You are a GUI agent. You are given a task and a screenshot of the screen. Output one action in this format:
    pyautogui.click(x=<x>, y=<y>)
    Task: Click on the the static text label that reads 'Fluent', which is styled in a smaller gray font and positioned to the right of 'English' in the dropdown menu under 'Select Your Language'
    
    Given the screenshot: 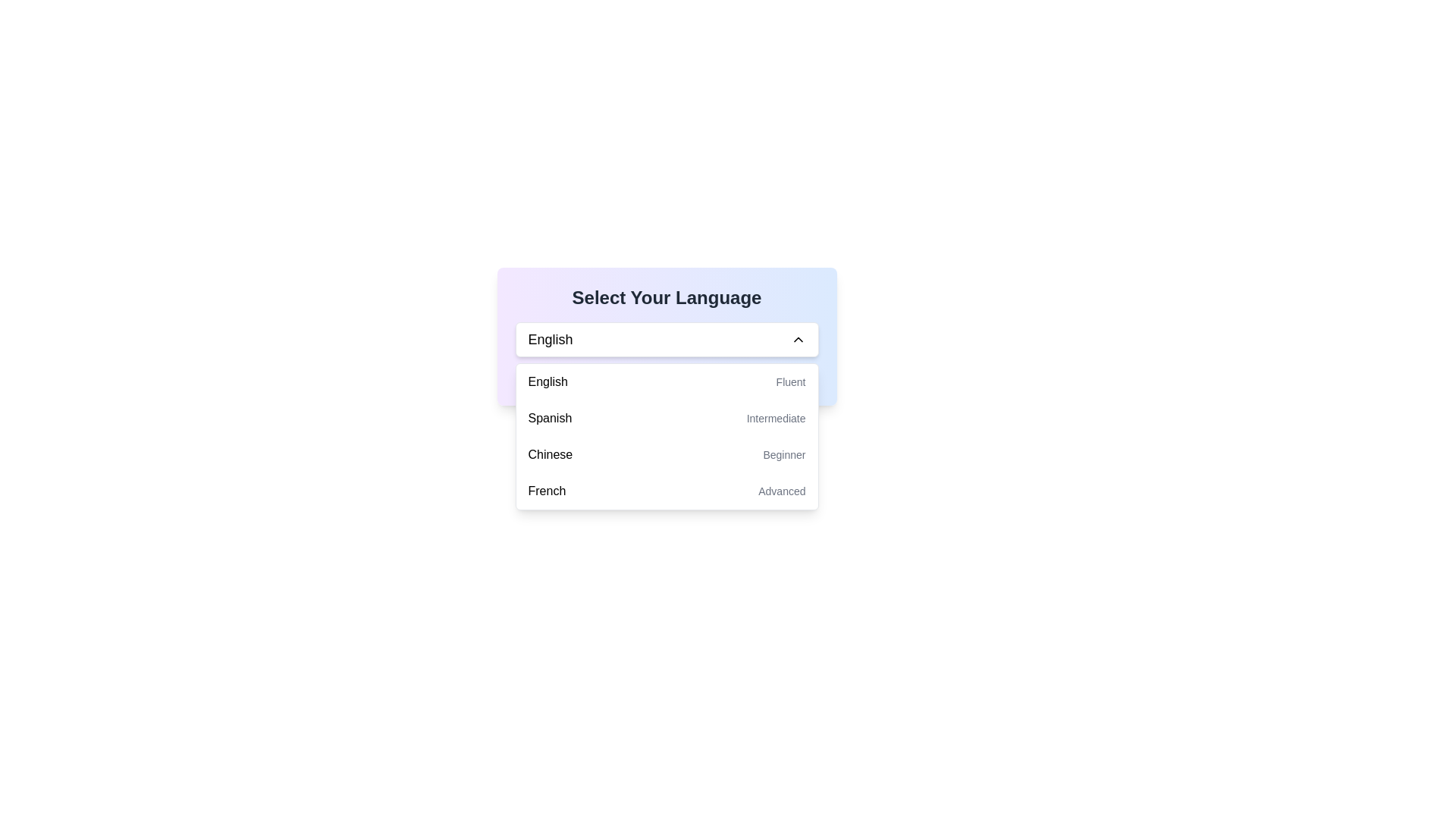 What is the action you would take?
    pyautogui.click(x=790, y=381)
    